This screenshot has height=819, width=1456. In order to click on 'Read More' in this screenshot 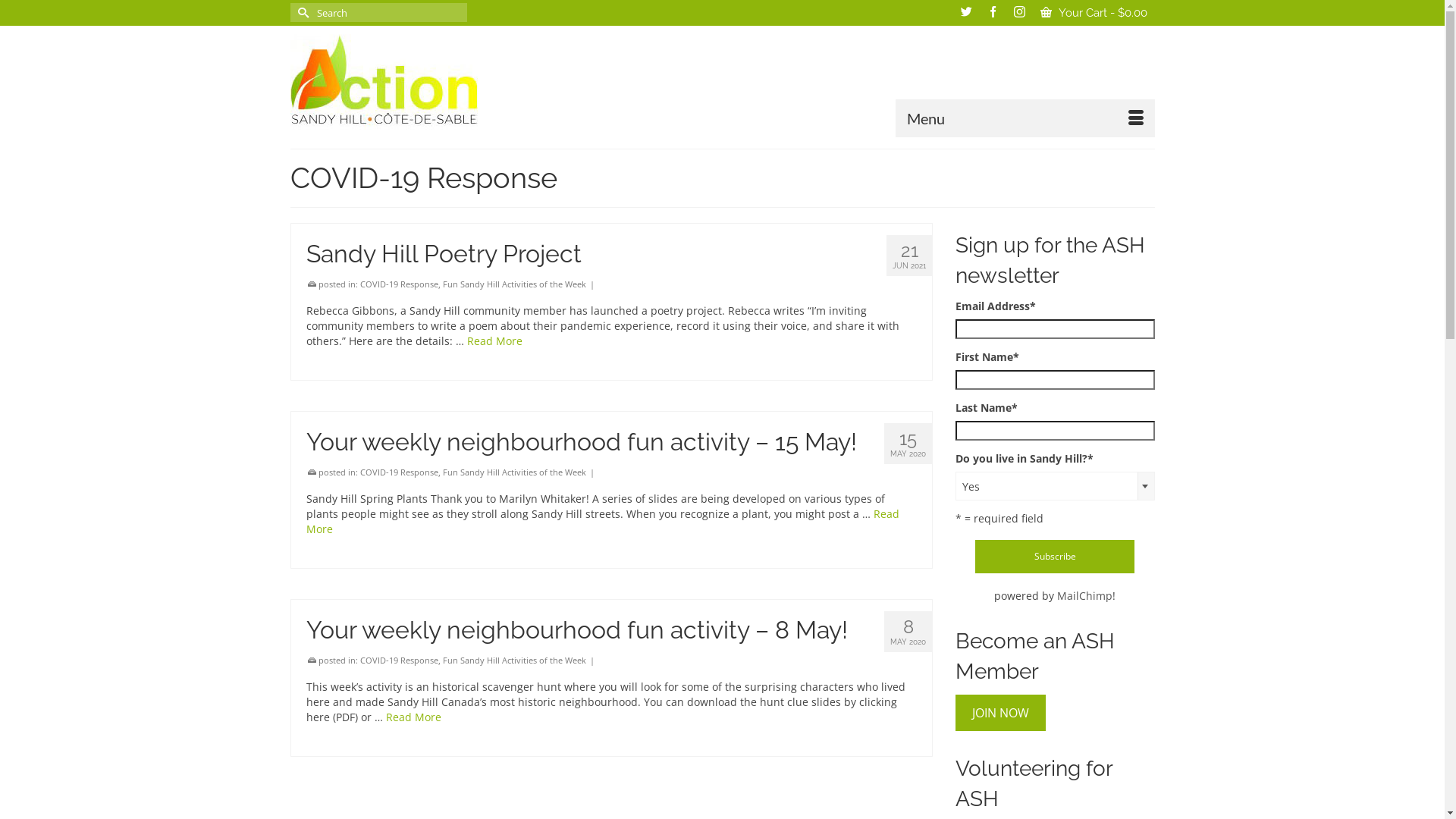, I will do `click(494, 340)`.